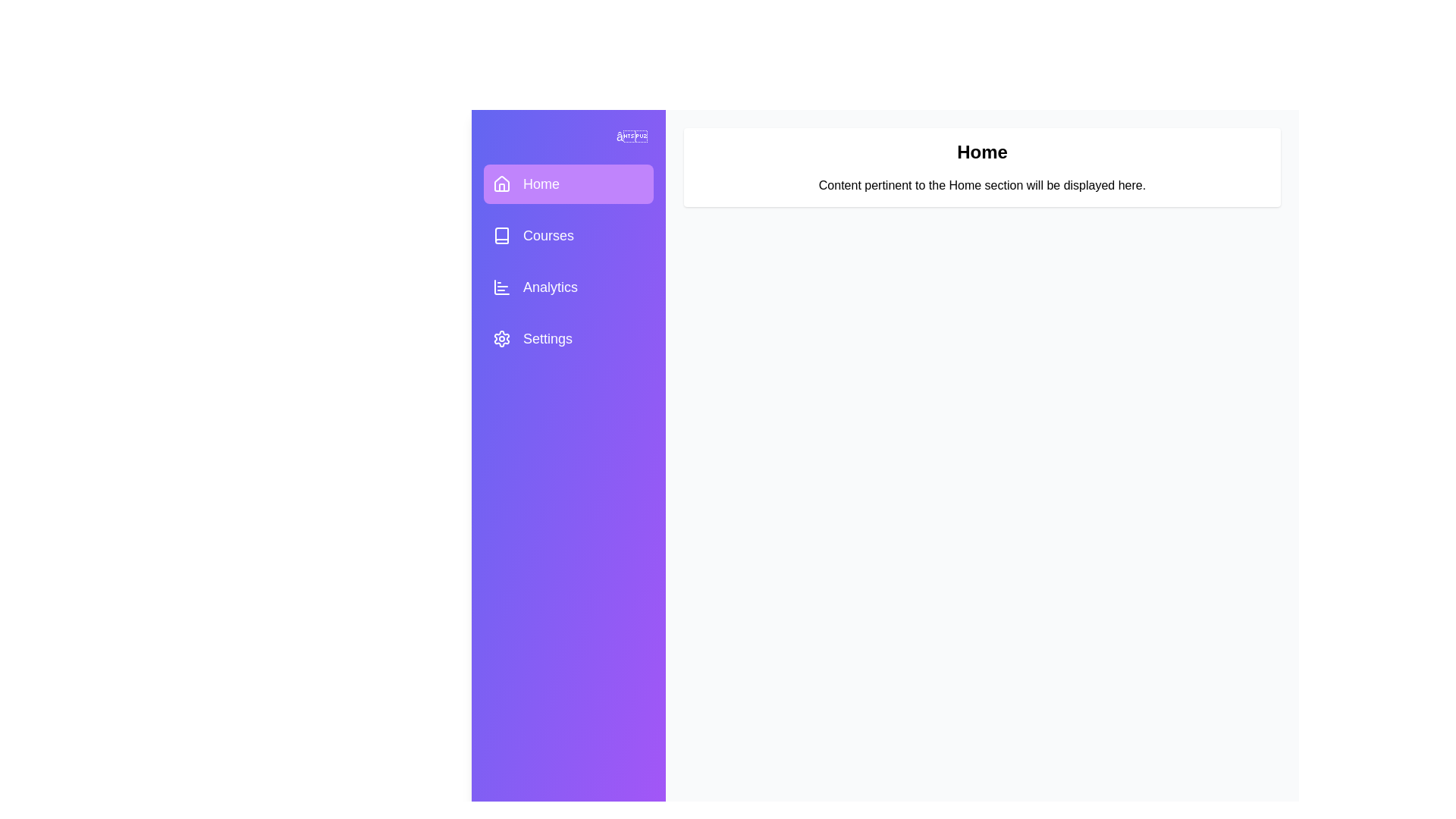  I want to click on the Analytics tab to view its content, so click(567, 287).